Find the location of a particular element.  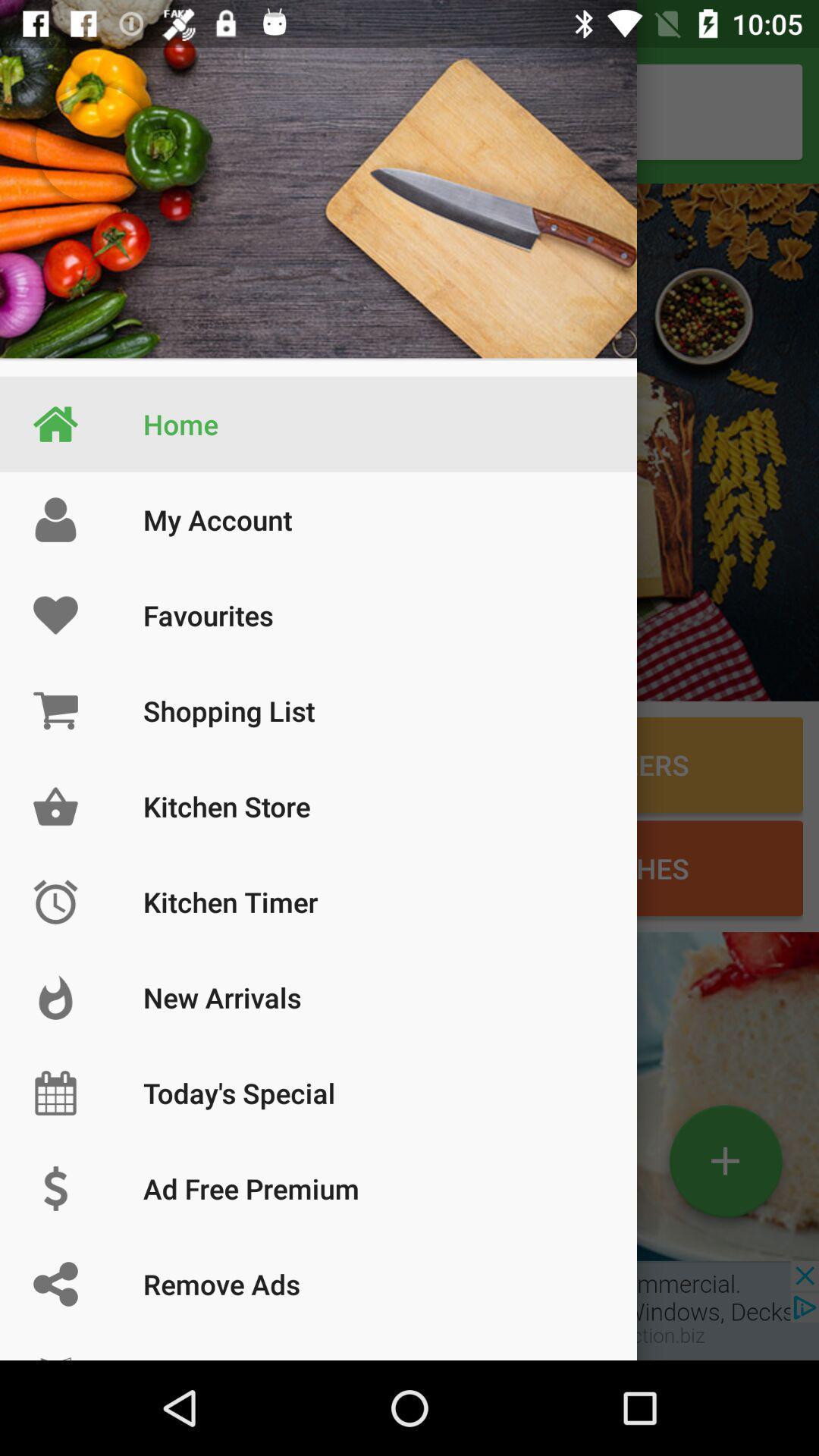

the add icon is located at coordinates (724, 1166).